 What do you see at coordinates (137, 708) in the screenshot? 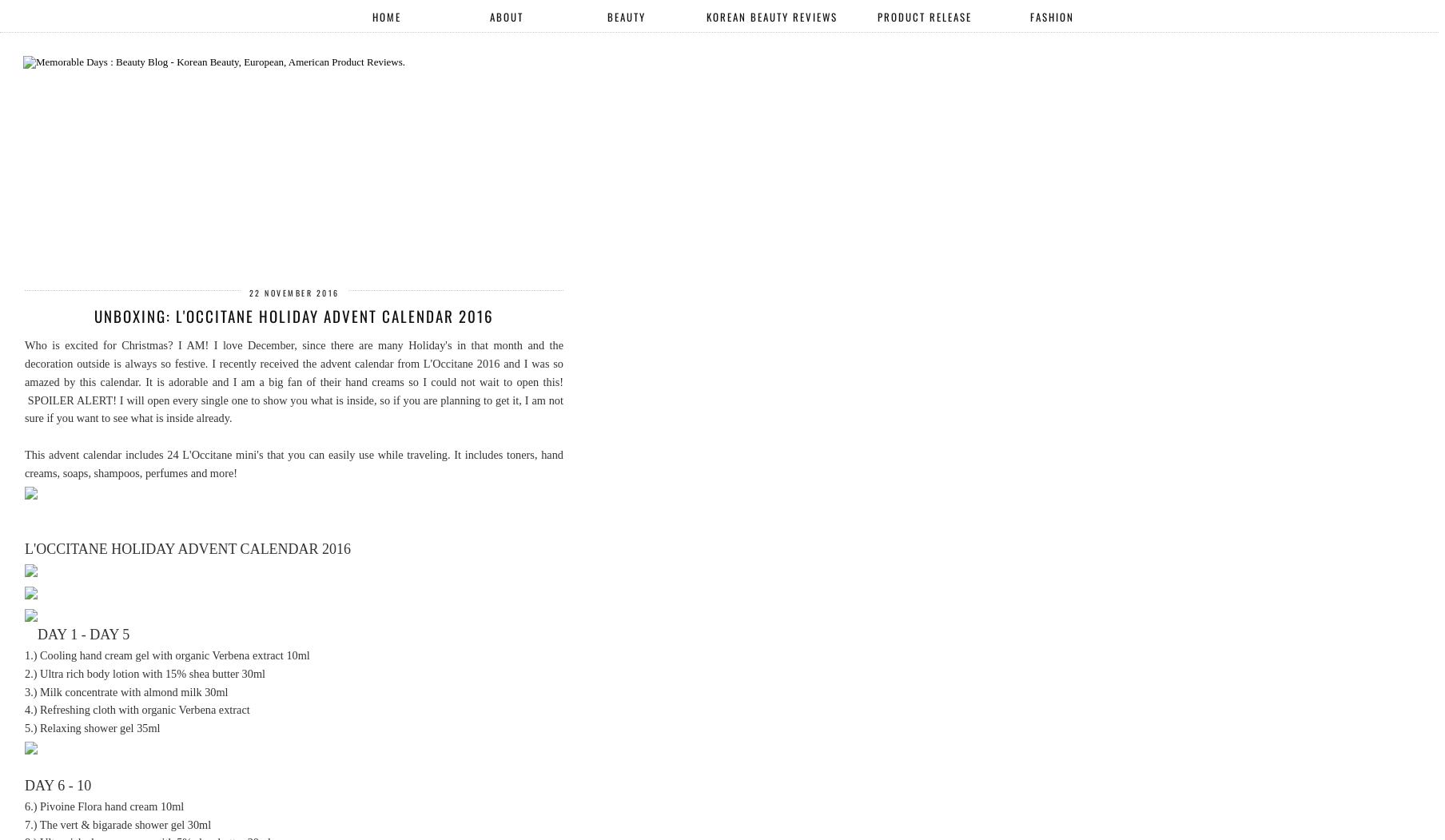
I see `'4.) Refreshing cloth with organic Verbena extract'` at bounding box center [137, 708].